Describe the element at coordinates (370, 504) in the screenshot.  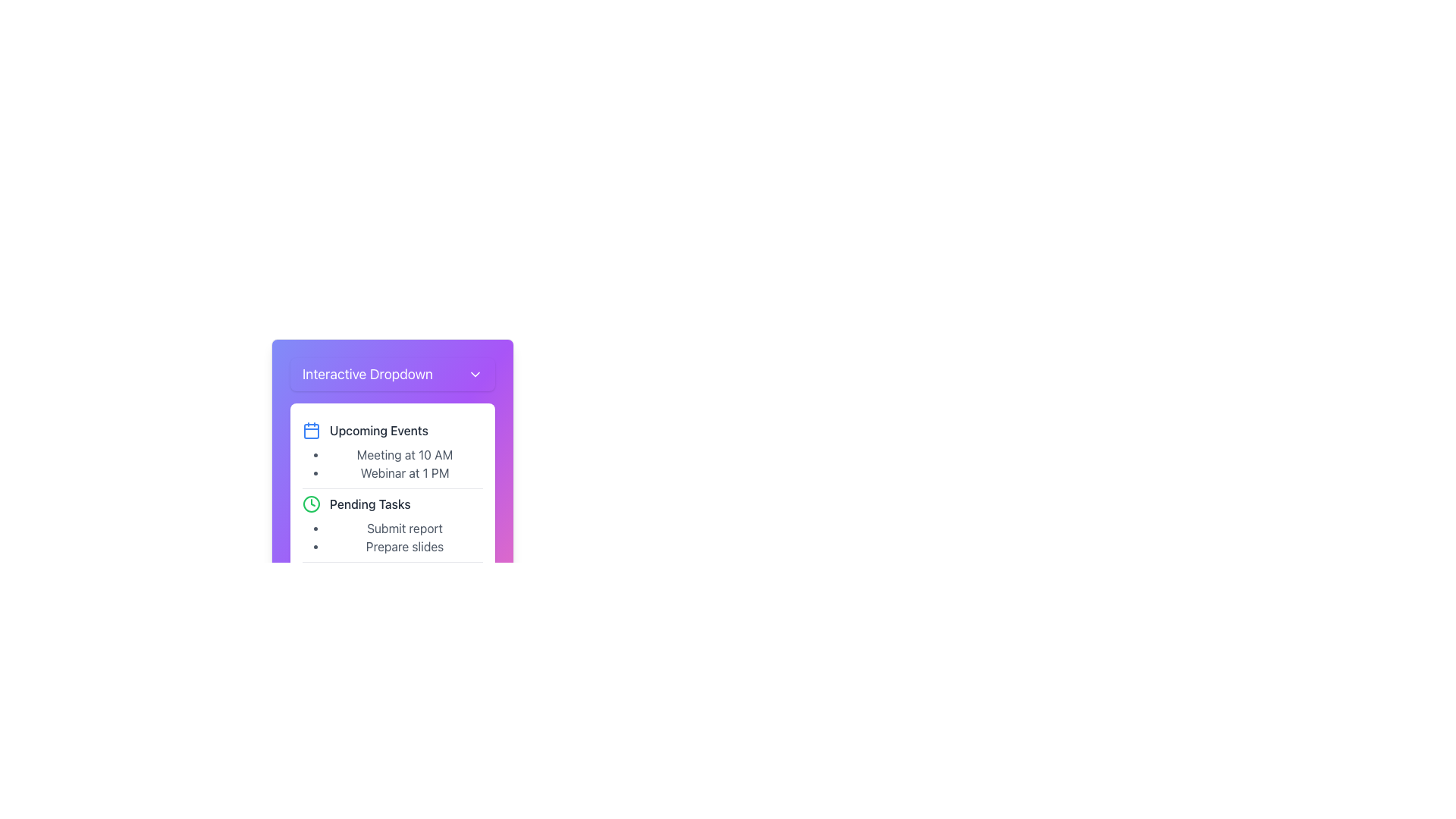
I see `text from the 'Pending Tasks' label, which is the second major item in the list of categories, positioned below 'Upcoming Events'` at that location.